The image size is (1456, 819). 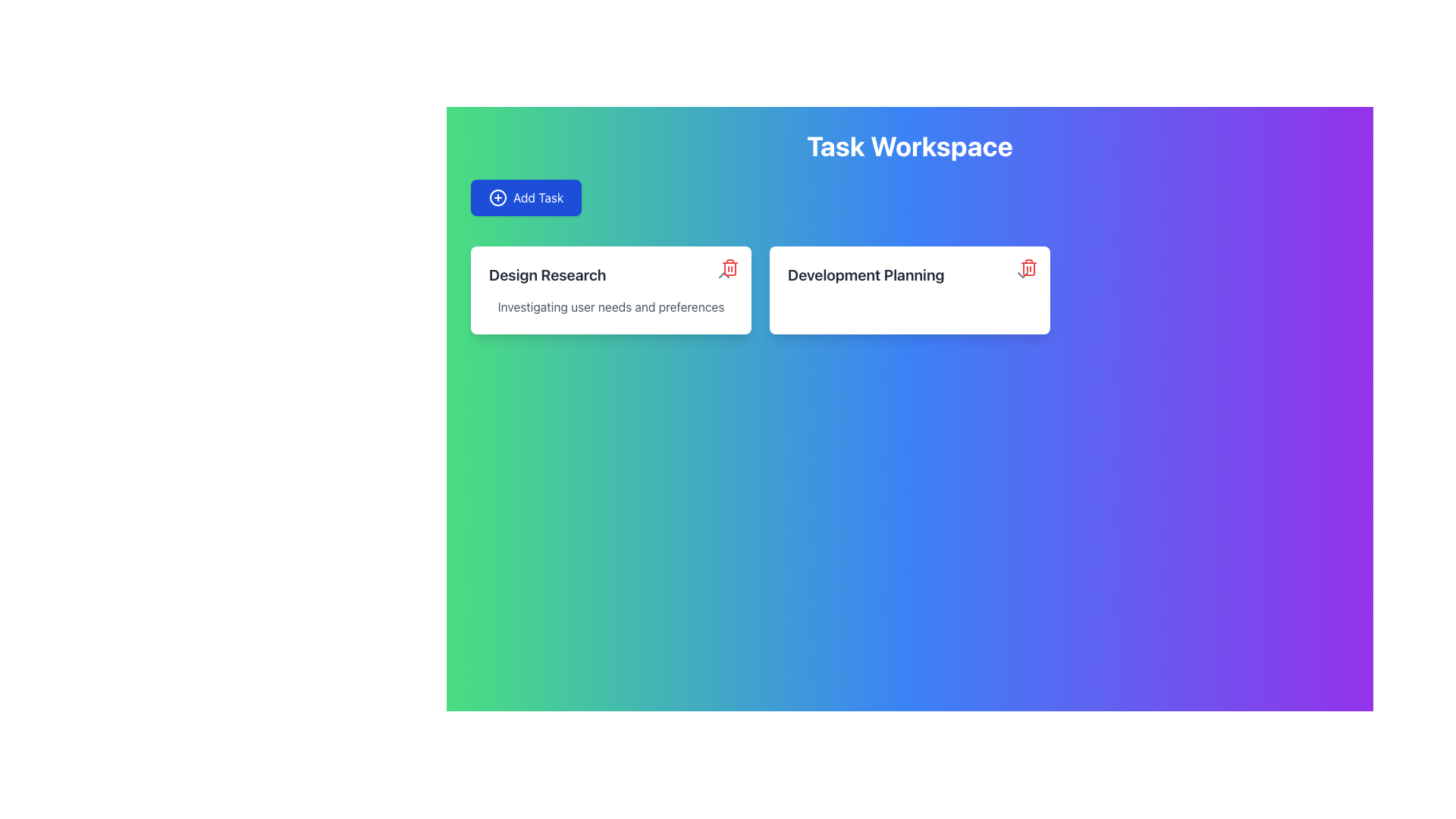 What do you see at coordinates (526, 197) in the screenshot?
I see `the button to initiate task creation located directly below the header text 'Task Workspace' and above the task cards` at bounding box center [526, 197].